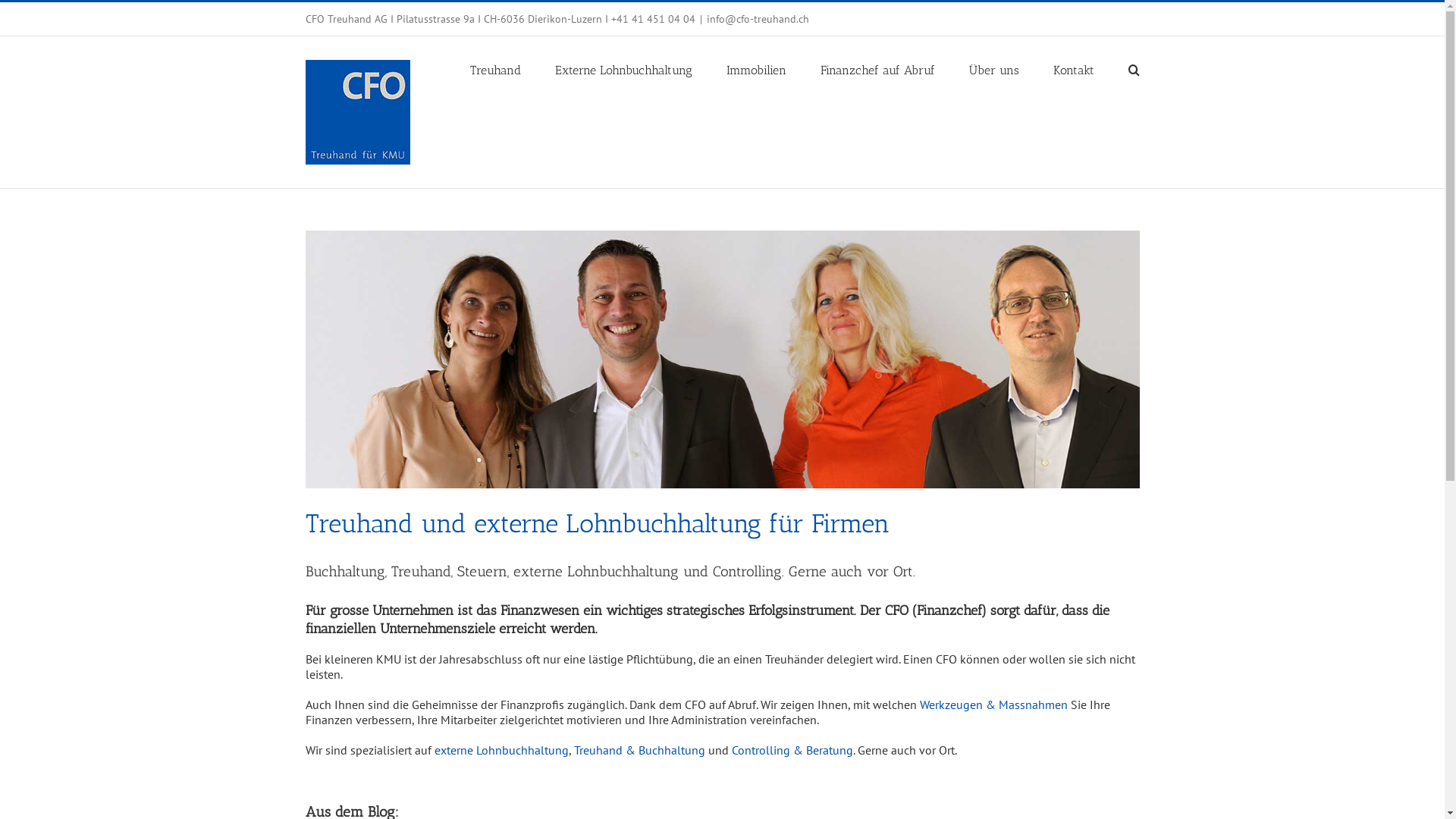 This screenshot has height=819, width=1456. I want to click on 'Treuhand', so click(469, 69).